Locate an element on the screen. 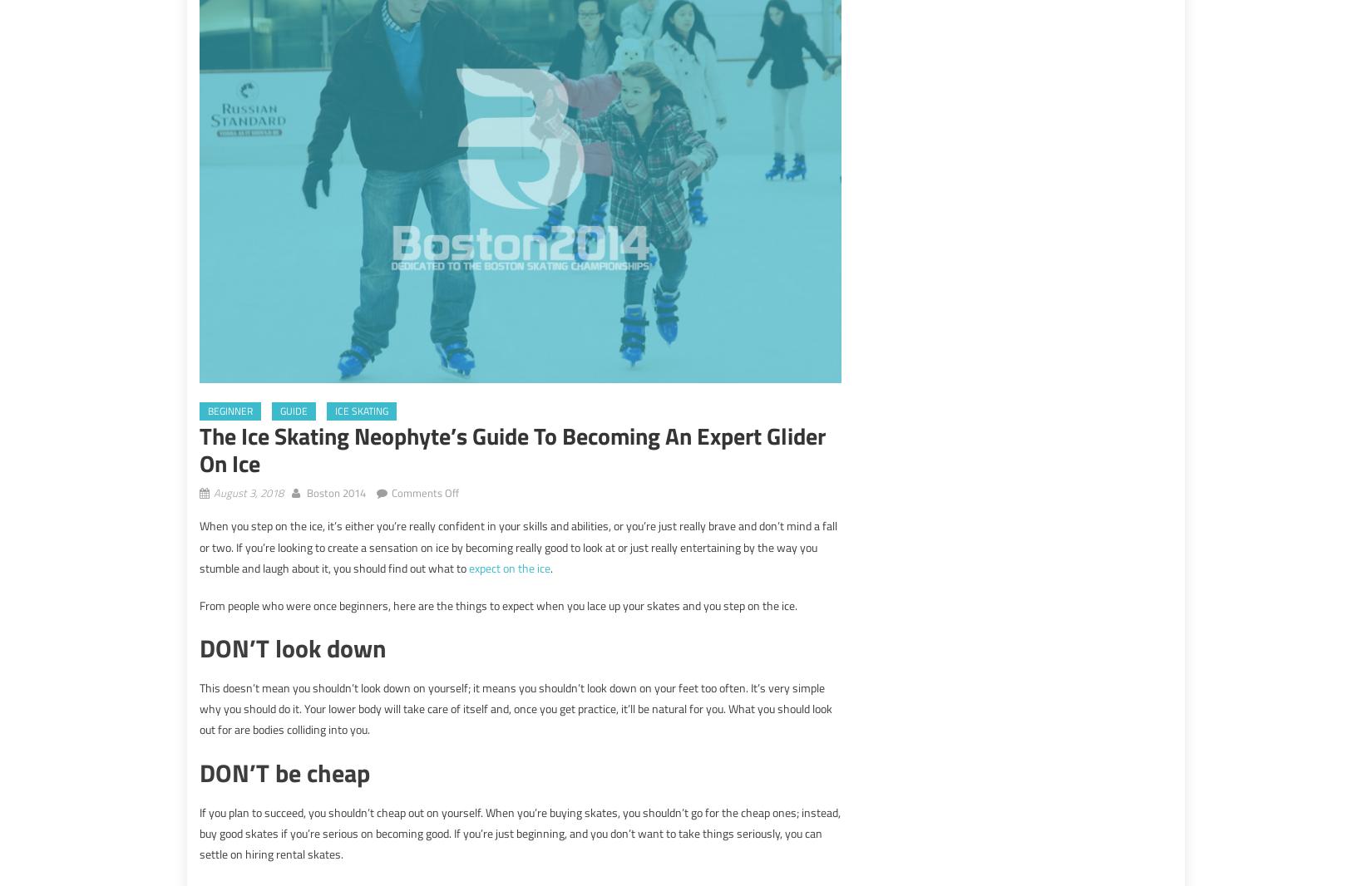 The width and height of the screenshot is (1372, 886). 'guide' is located at coordinates (294, 411).